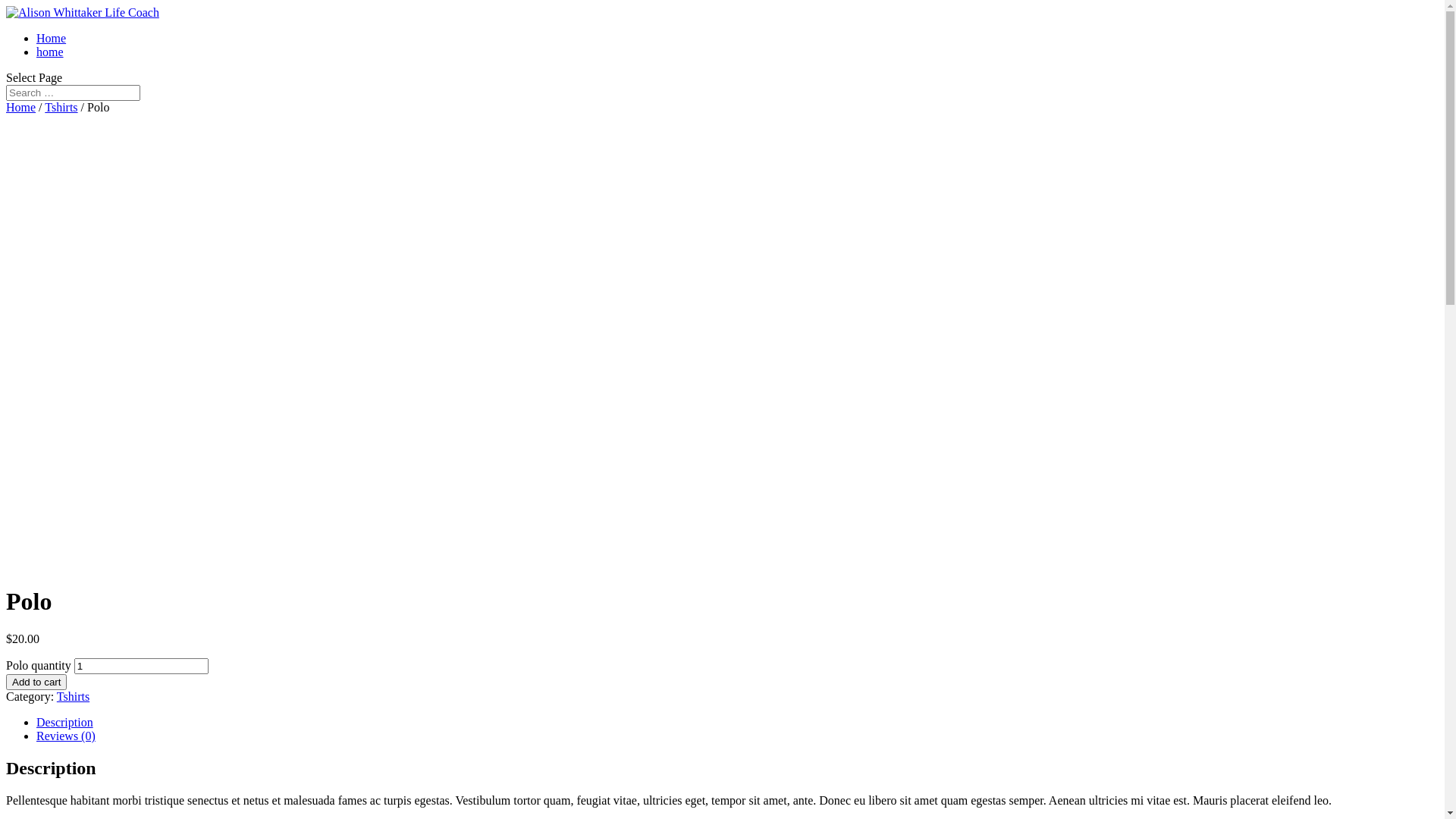  I want to click on 'Search for:', so click(72, 93).